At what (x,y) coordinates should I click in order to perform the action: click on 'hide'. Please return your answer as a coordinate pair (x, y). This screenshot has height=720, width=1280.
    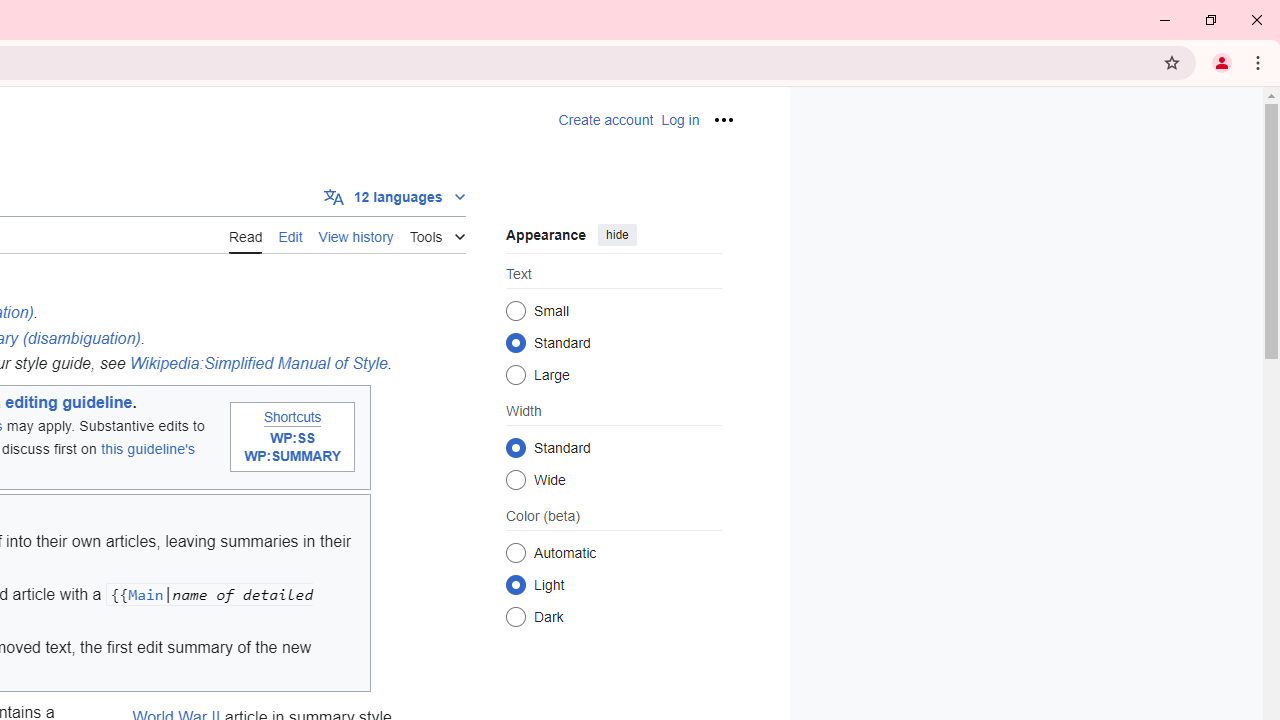
    Looking at the image, I should click on (615, 233).